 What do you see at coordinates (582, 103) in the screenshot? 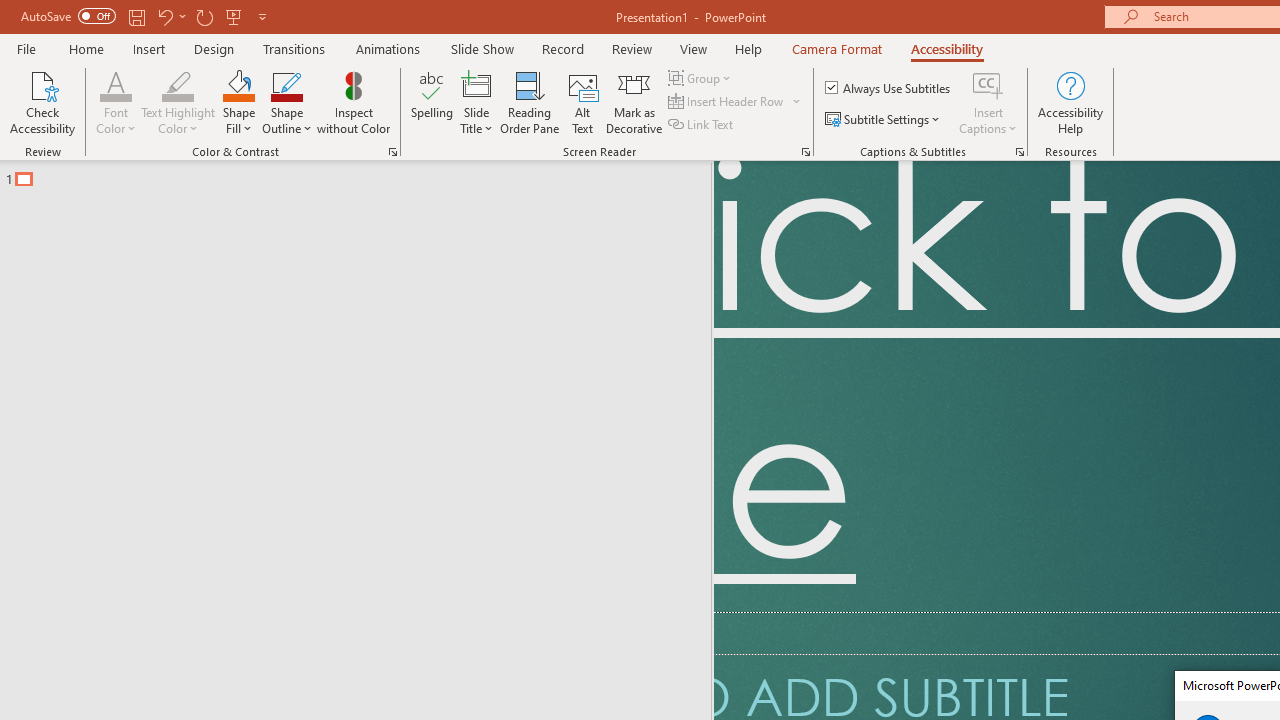
I see `'Alt Text'` at bounding box center [582, 103].